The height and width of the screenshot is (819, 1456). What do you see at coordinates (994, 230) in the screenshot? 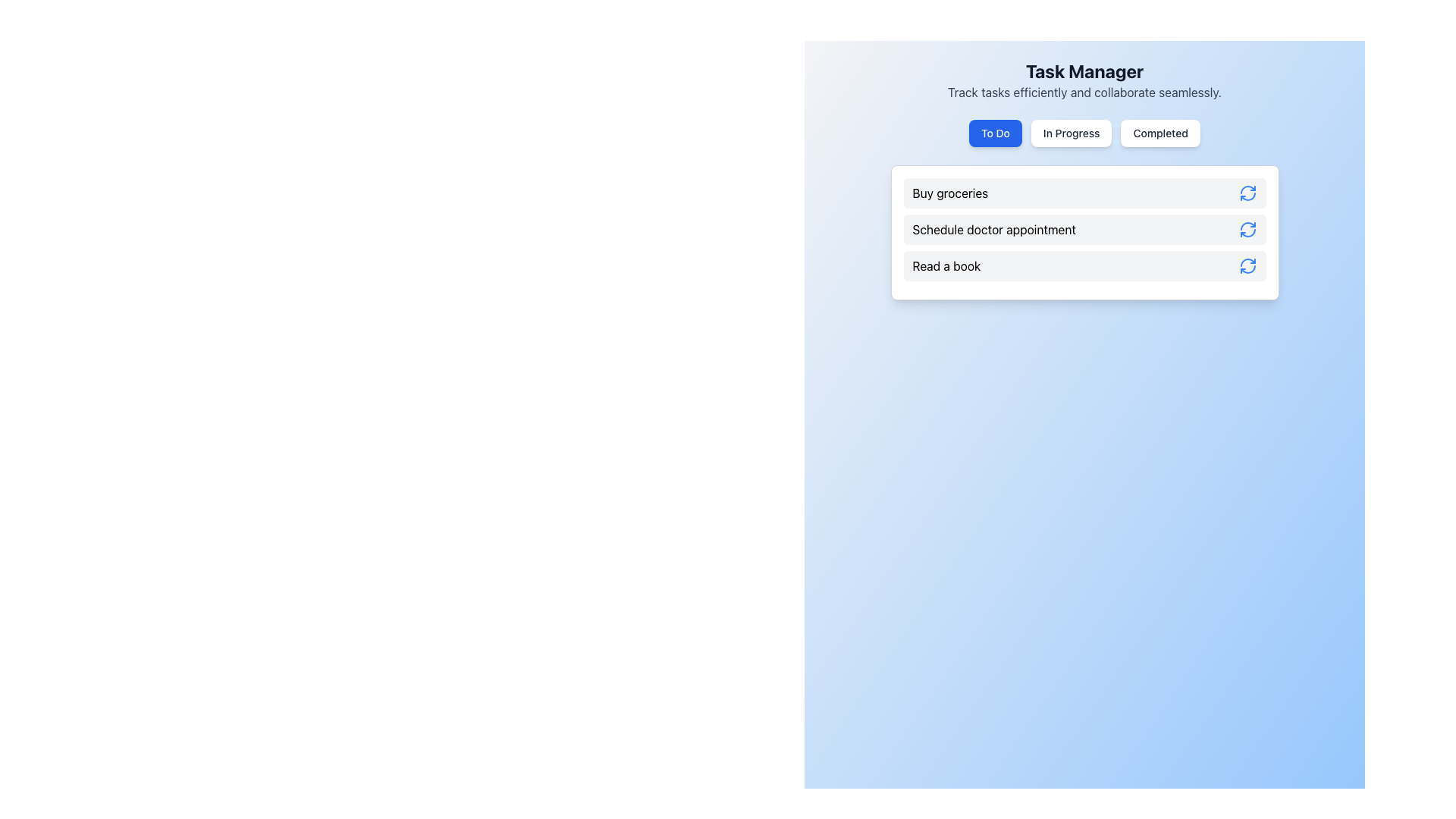
I see `the static text element that signifies the task titled 'Schedule doctor appointment', which is the second item in a vertical list on a light blue background` at bounding box center [994, 230].